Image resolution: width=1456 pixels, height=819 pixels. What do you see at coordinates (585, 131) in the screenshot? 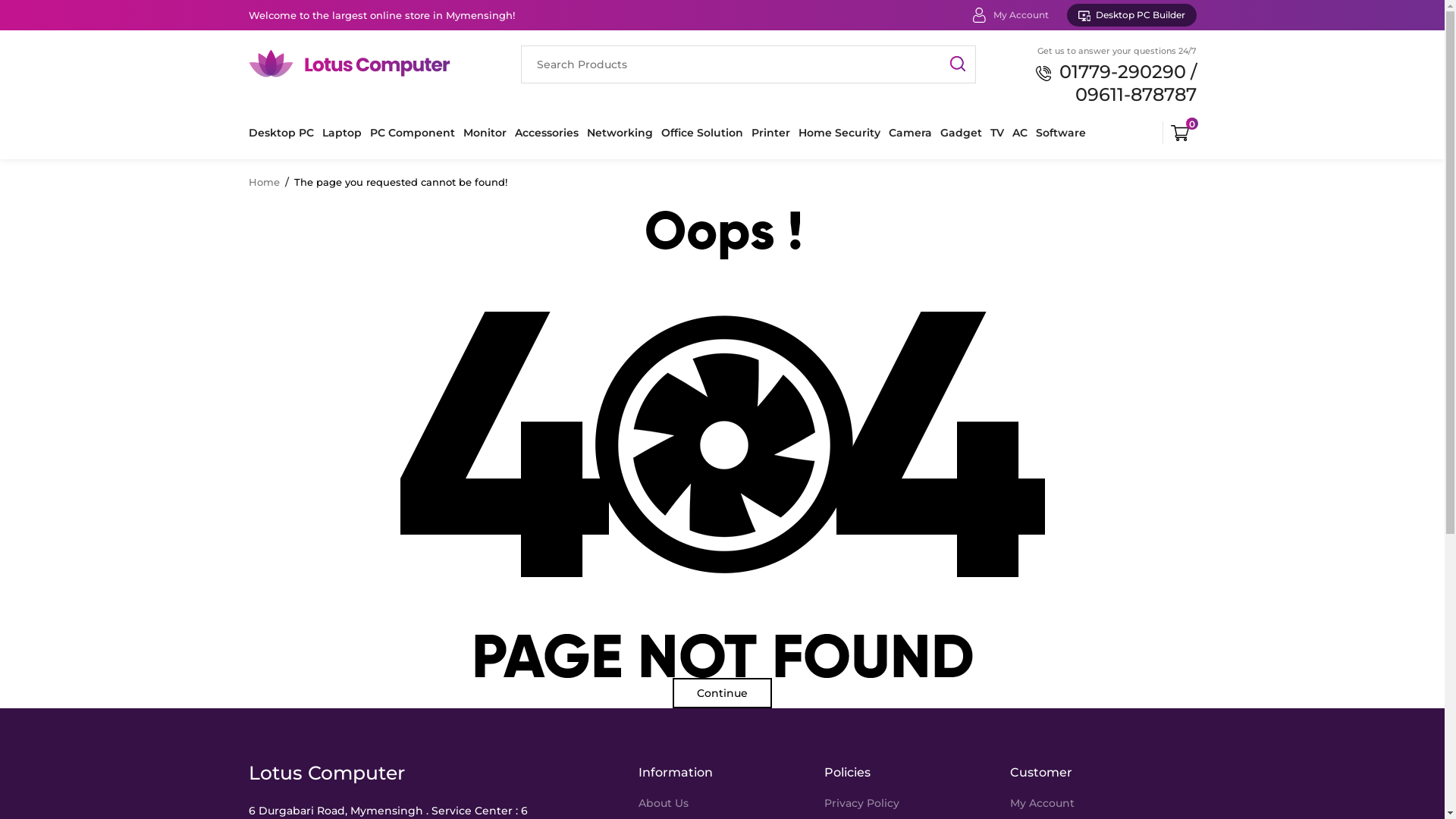
I see `'Networking'` at bounding box center [585, 131].